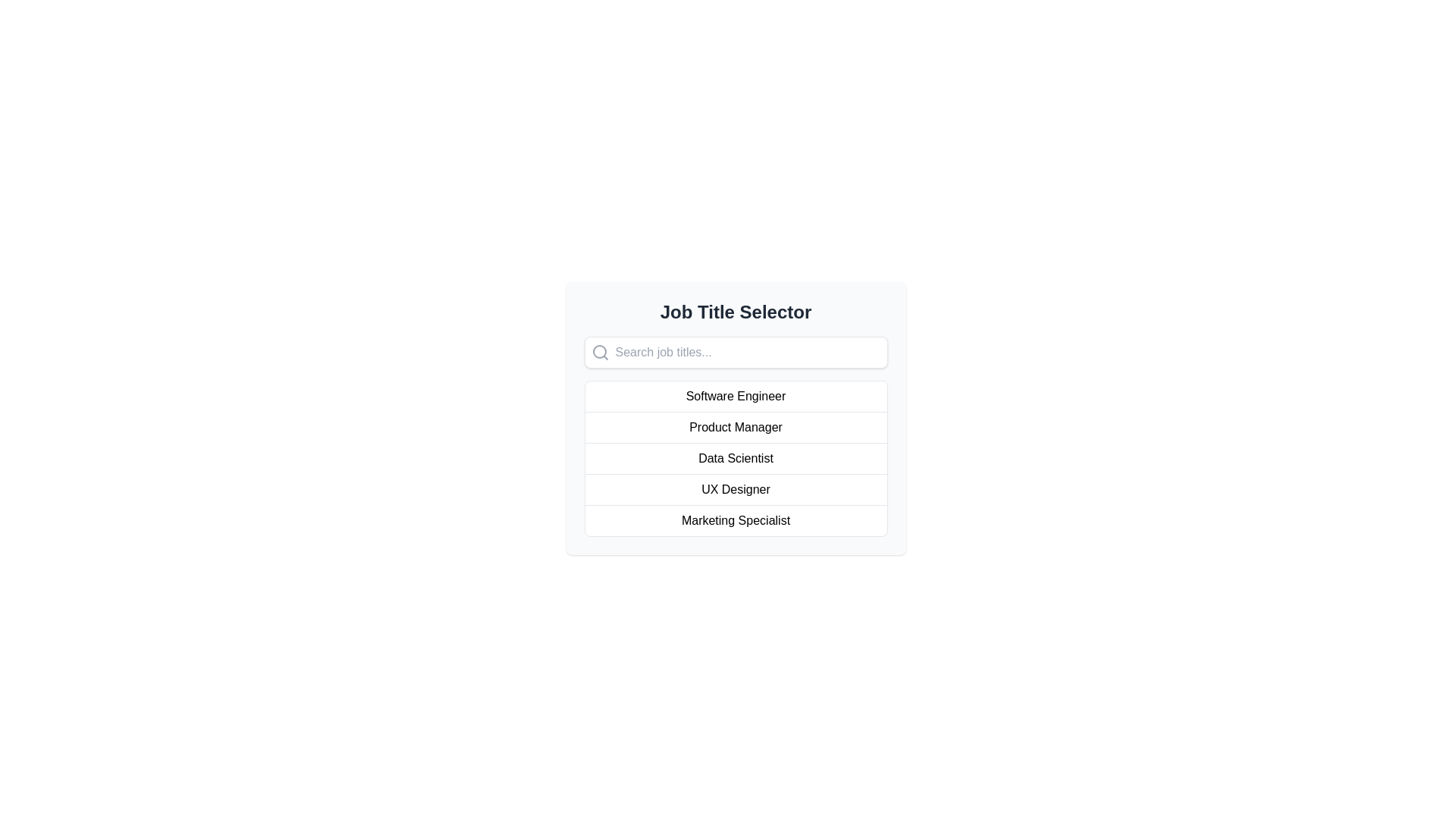 The width and height of the screenshot is (1456, 819). What do you see at coordinates (736, 418) in the screenshot?
I see `the interactive list item representing the job title 'Product Manager' within the job title selector component` at bounding box center [736, 418].